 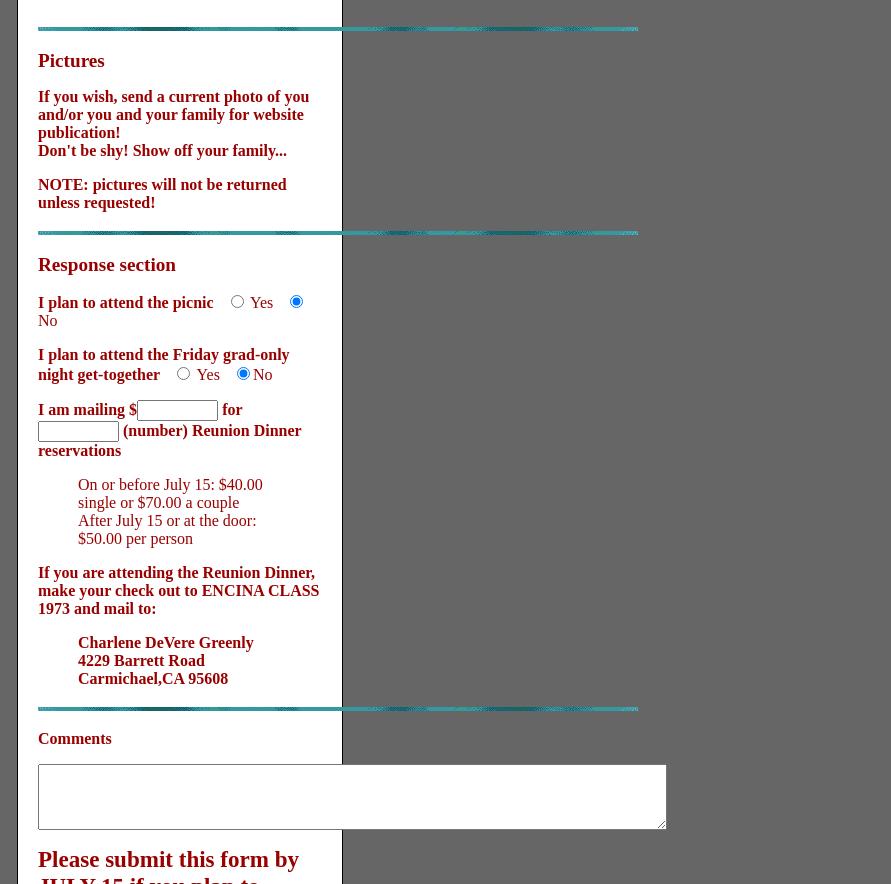 I want to click on 'for', so click(x=218, y=408).